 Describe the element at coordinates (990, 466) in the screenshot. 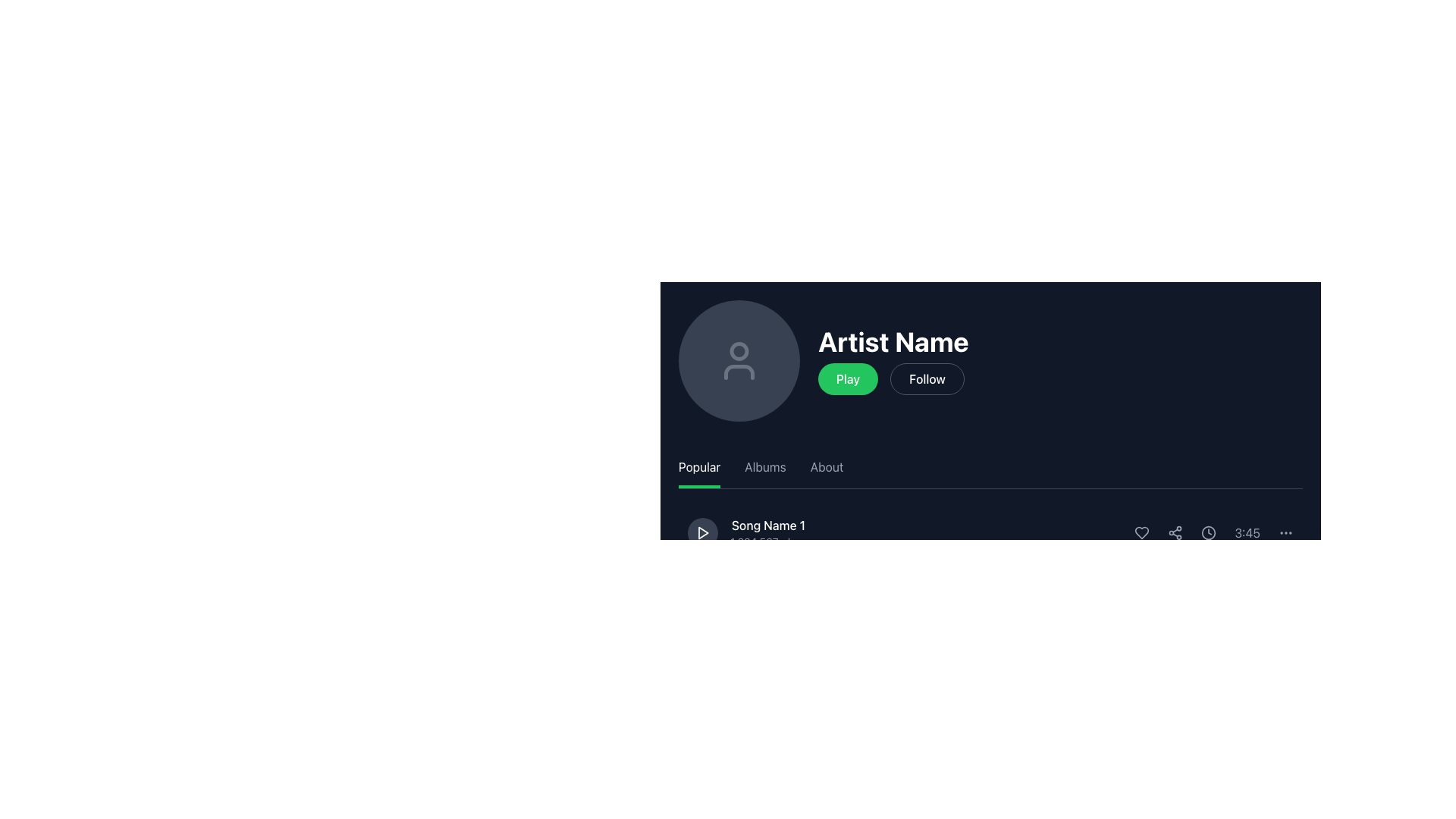

I see `the 'About' tab in the horizontal navigation bar, which includes the tabs 'Popular', 'Albums', and 'About'` at that location.